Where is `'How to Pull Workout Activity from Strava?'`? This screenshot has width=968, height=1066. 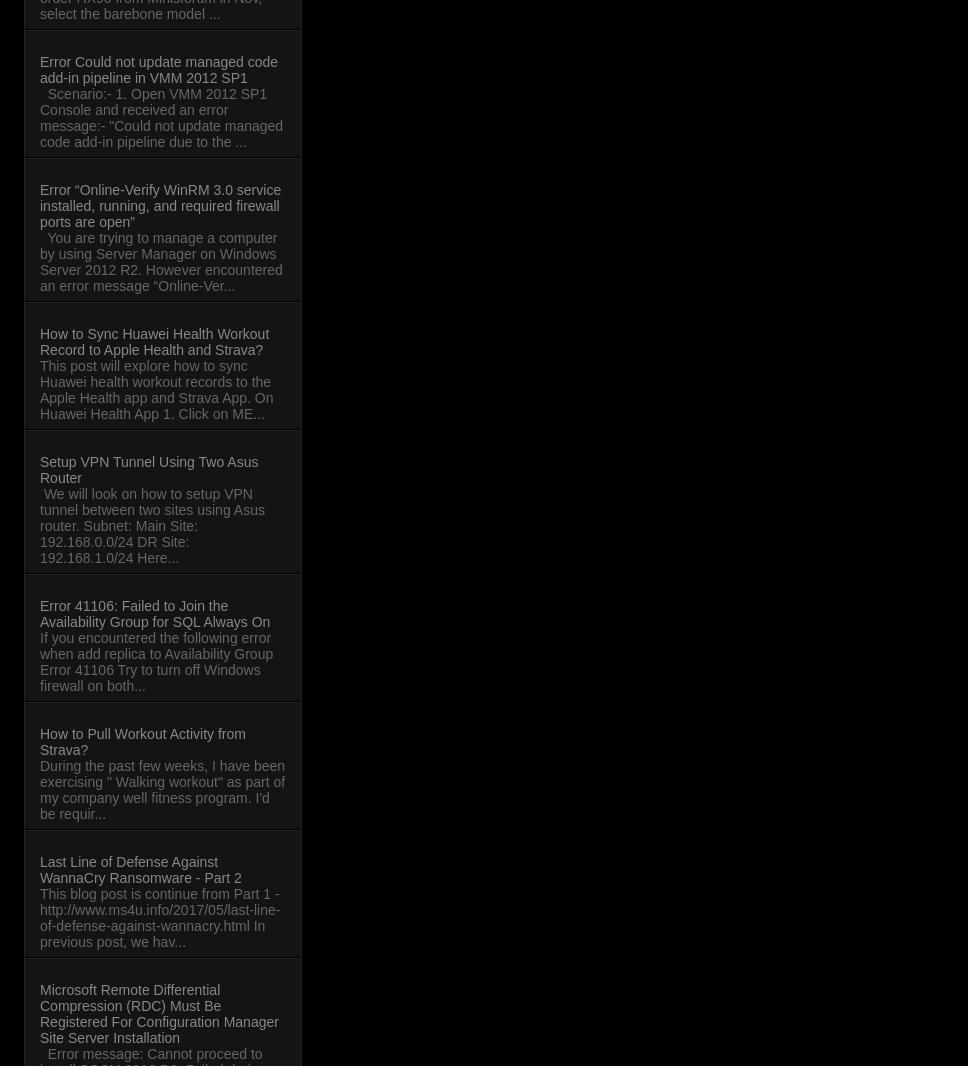 'How to Pull Workout Activity from Strava?' is located at coordinates (141, 741).